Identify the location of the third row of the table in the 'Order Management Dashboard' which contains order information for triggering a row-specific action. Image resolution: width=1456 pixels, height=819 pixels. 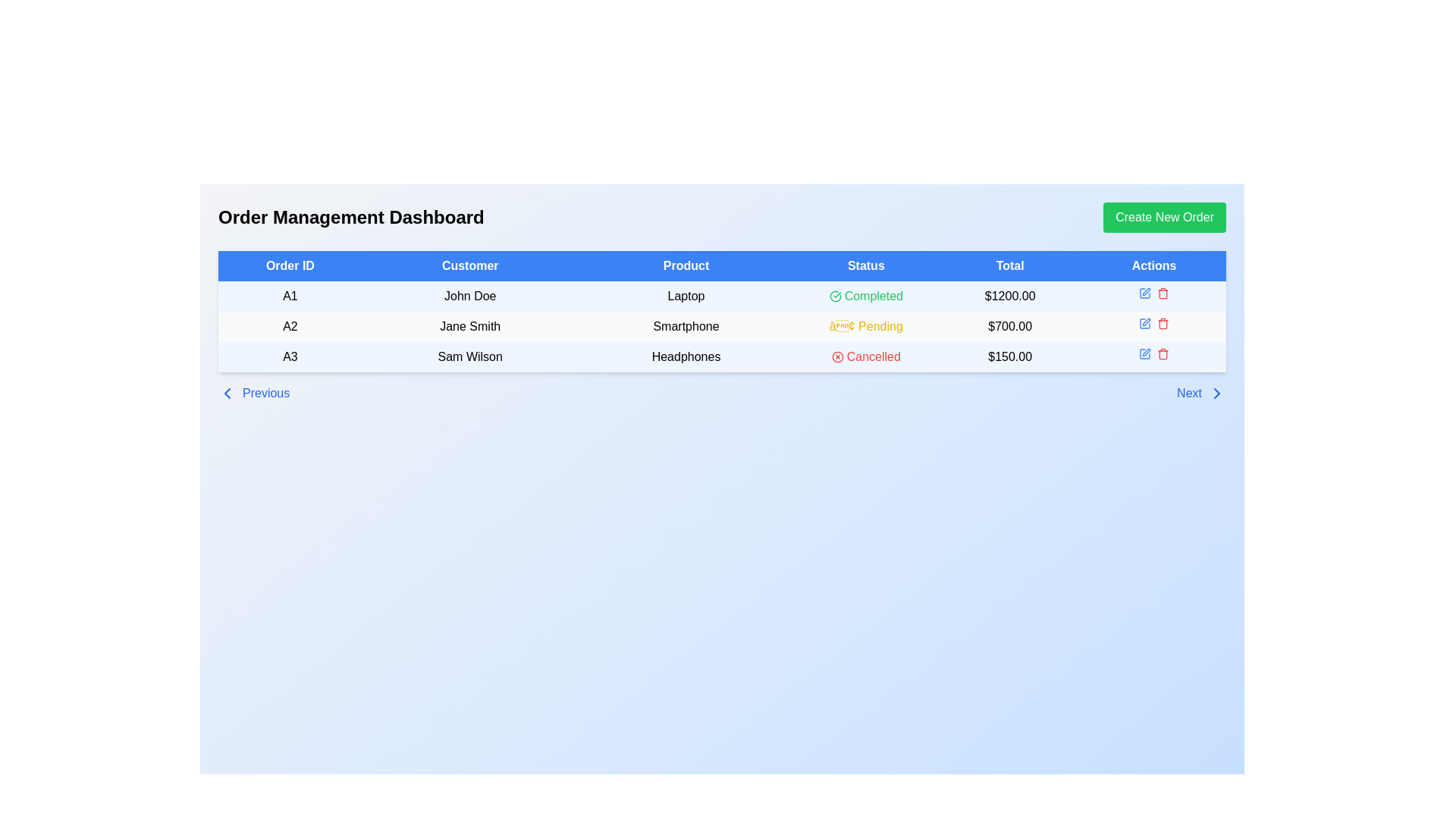
(721, 356).